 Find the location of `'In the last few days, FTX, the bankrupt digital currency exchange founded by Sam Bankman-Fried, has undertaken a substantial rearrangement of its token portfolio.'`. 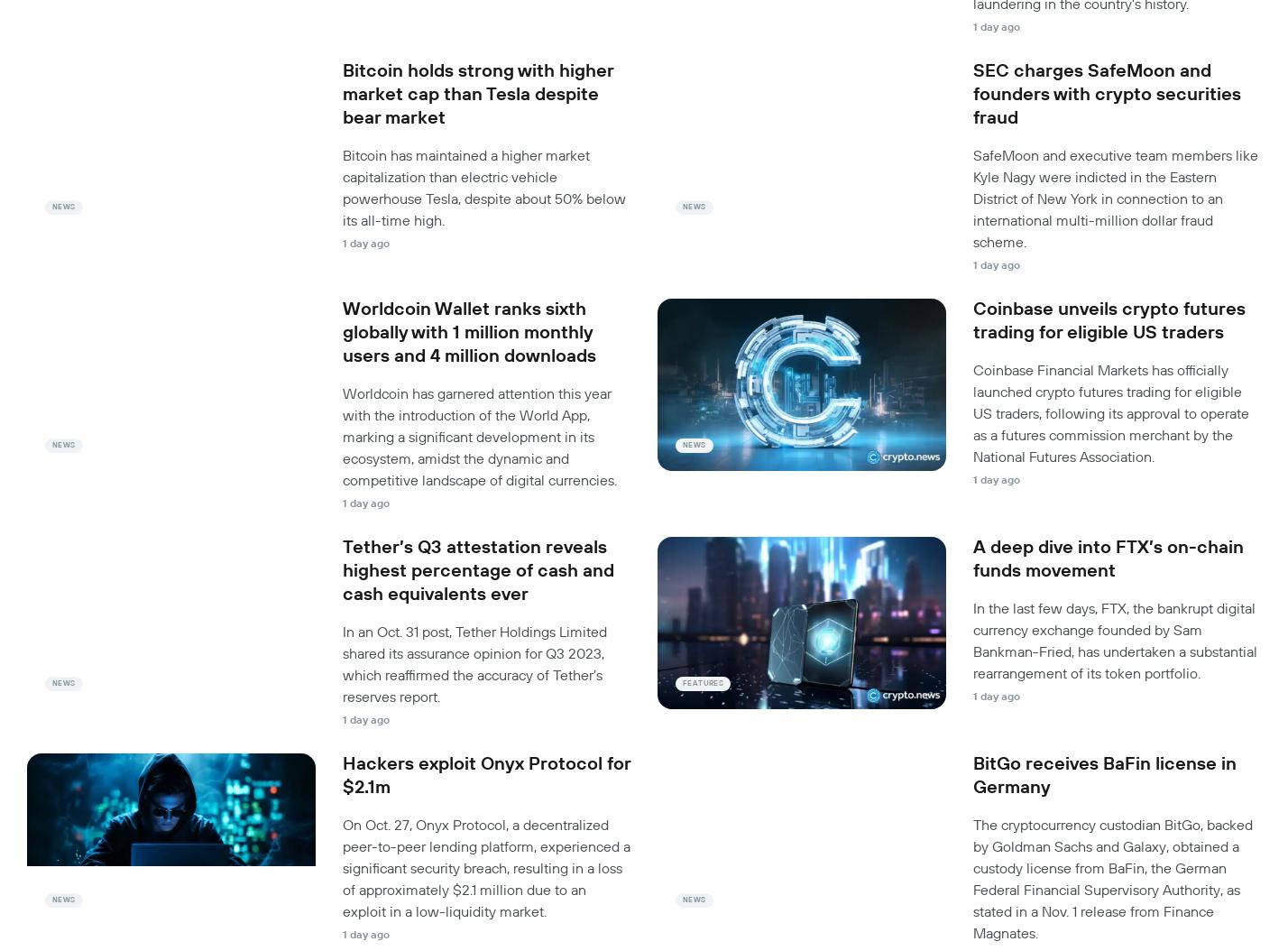

'In the last few days, FTX, the bankrupt digital currency exchange founded by Sam Bankman-Fried, has undertaken a substantial rearrangement of its token portfolio.' is located at coordinates (1115, 639).